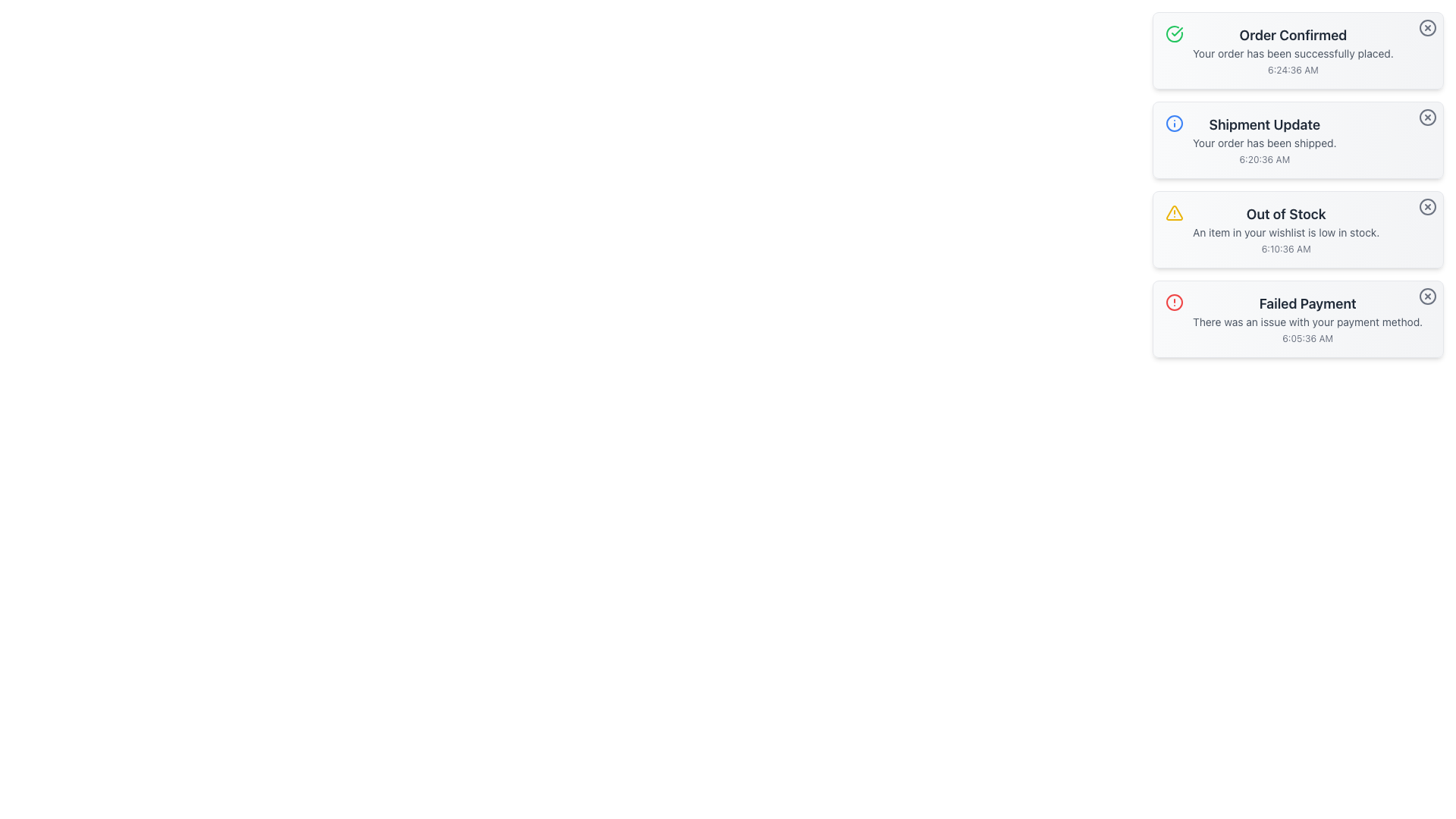 The width and height of the screenshot is (1456, 819). What do you see at coordinates (1285, 230) in the screenshot?
I see `the Notification Card that indicates 'Out of Stock' with a description stating 'An item in your wishlist is low in stock.'` at bounding box center [1285, 230].